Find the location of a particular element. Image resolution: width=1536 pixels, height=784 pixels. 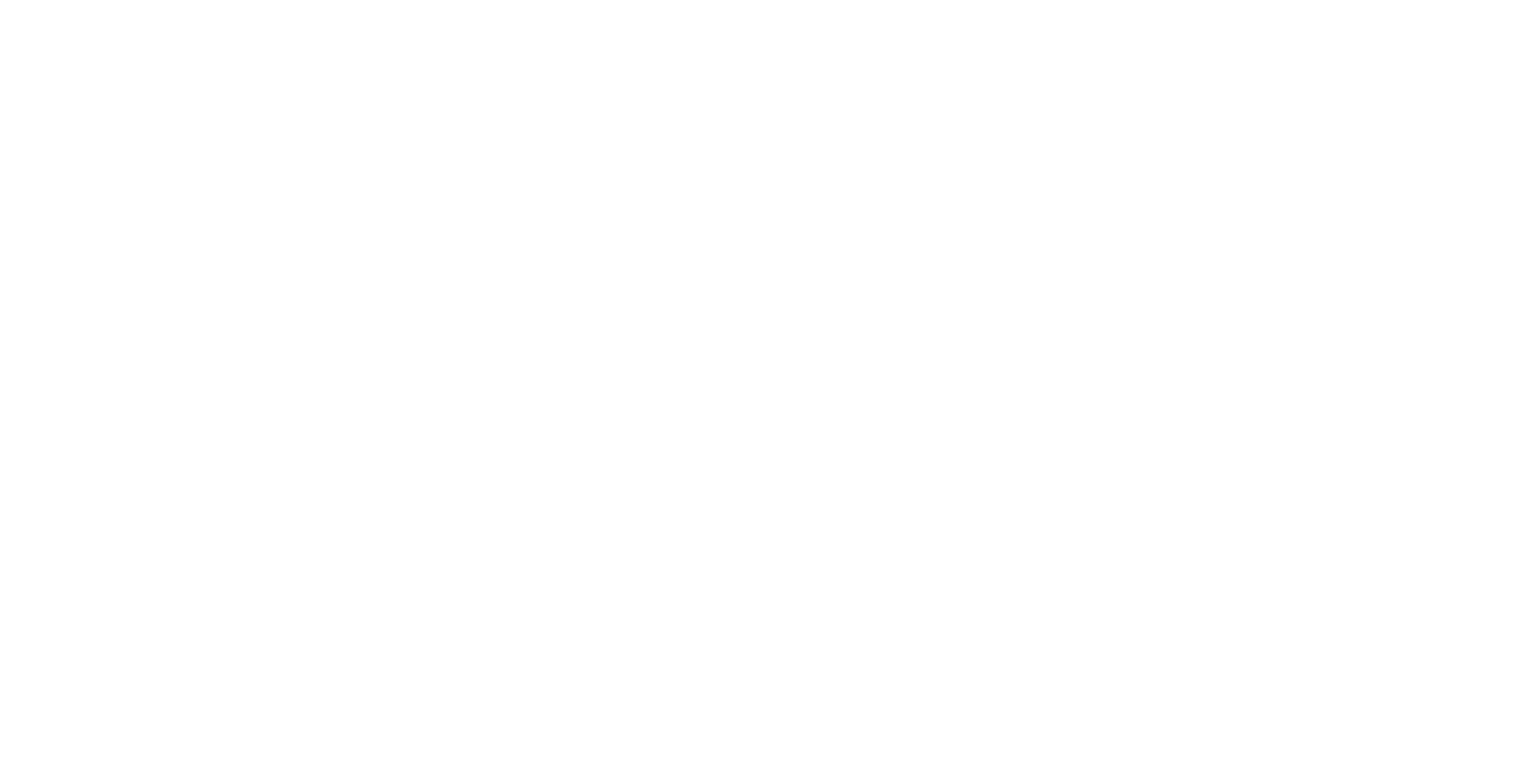

'Transaction Processing' is located at coordinates (122, 417).